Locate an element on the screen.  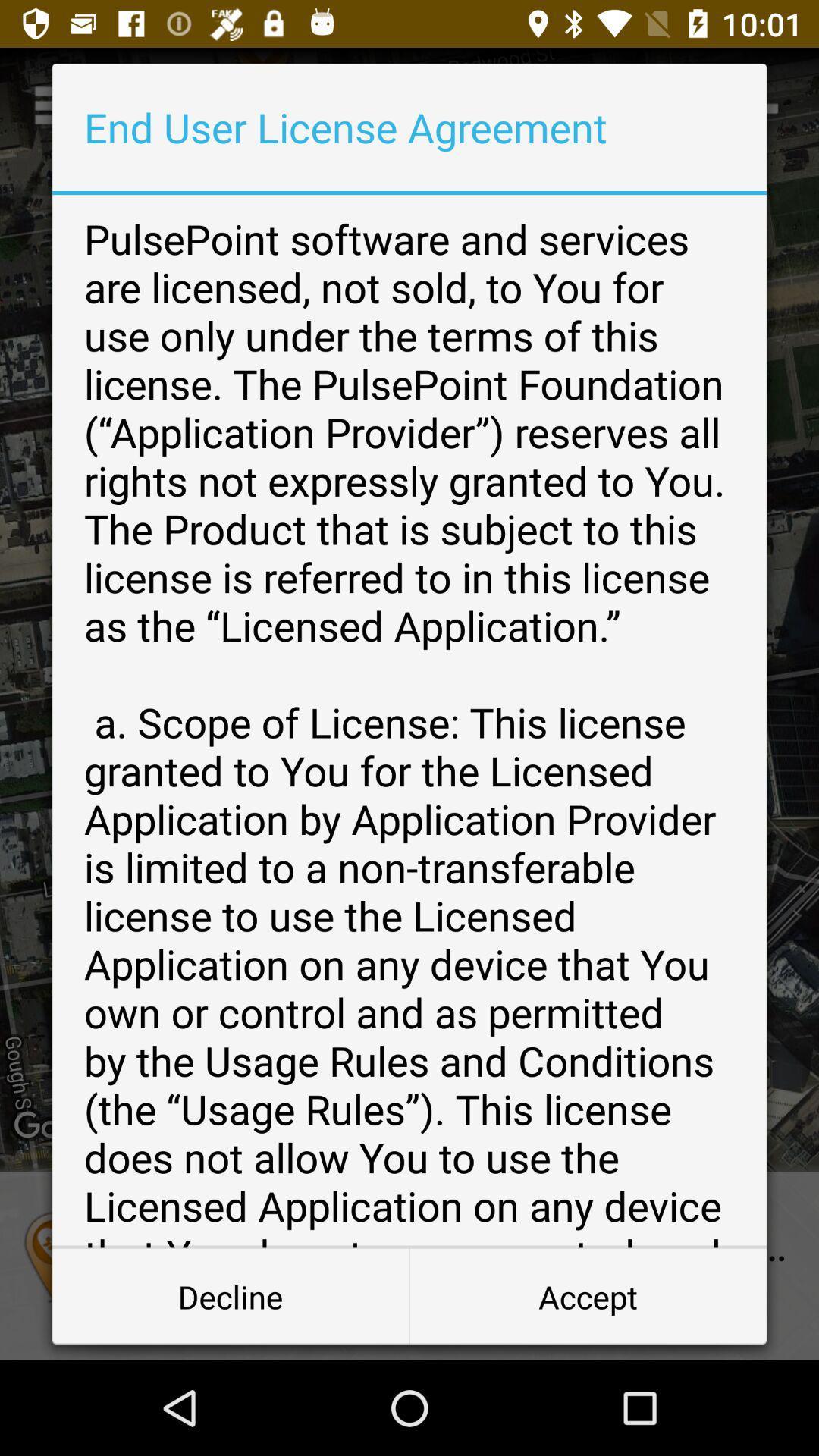
the decline button is located at coordinates (231, 1295).